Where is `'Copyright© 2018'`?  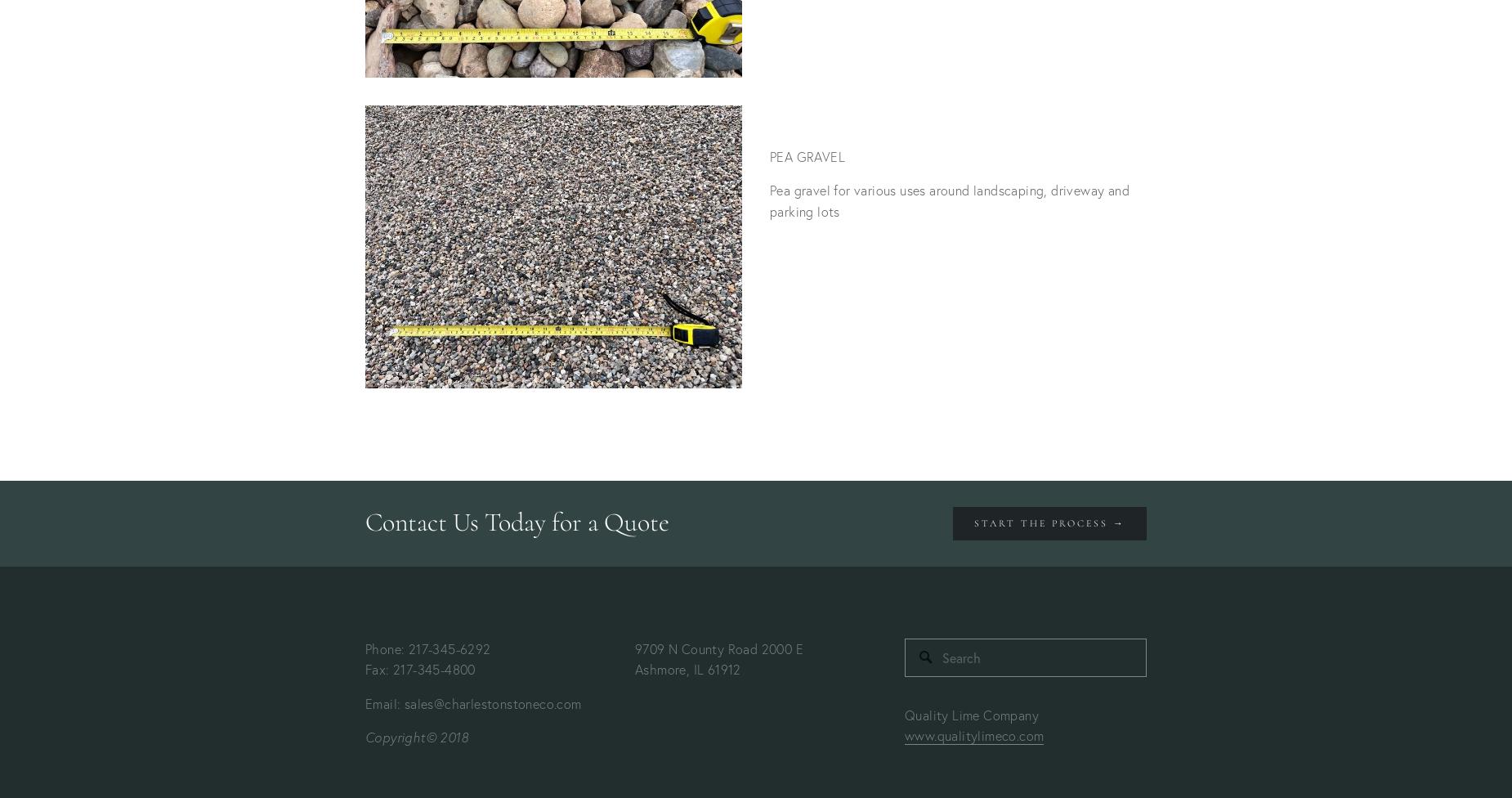
'Copyright© 2018' is located at coordinates (417, 736).